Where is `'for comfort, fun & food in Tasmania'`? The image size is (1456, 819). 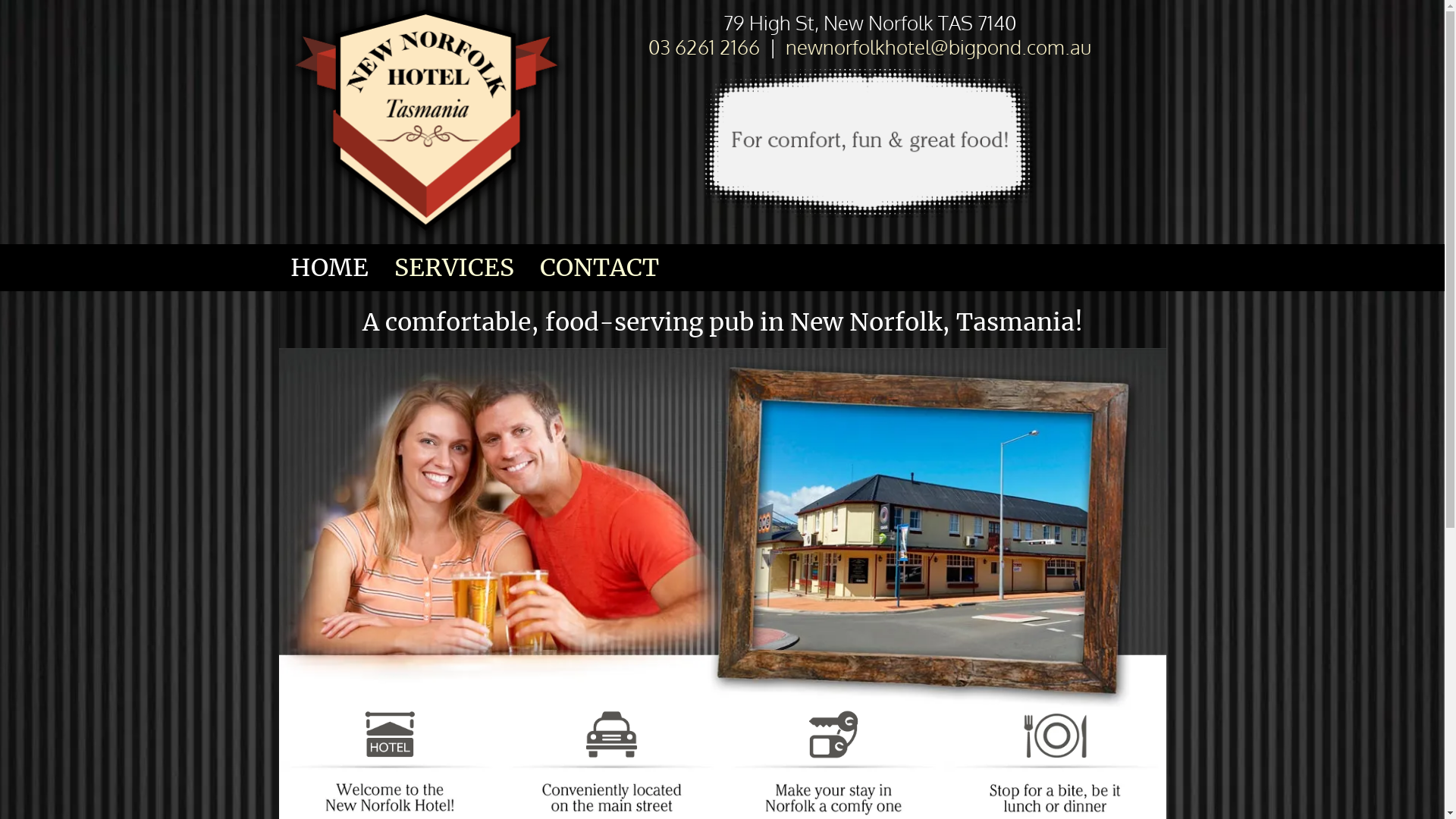 'for comfort, fun & food in Tasmania' is located at coordinates (870, 143).